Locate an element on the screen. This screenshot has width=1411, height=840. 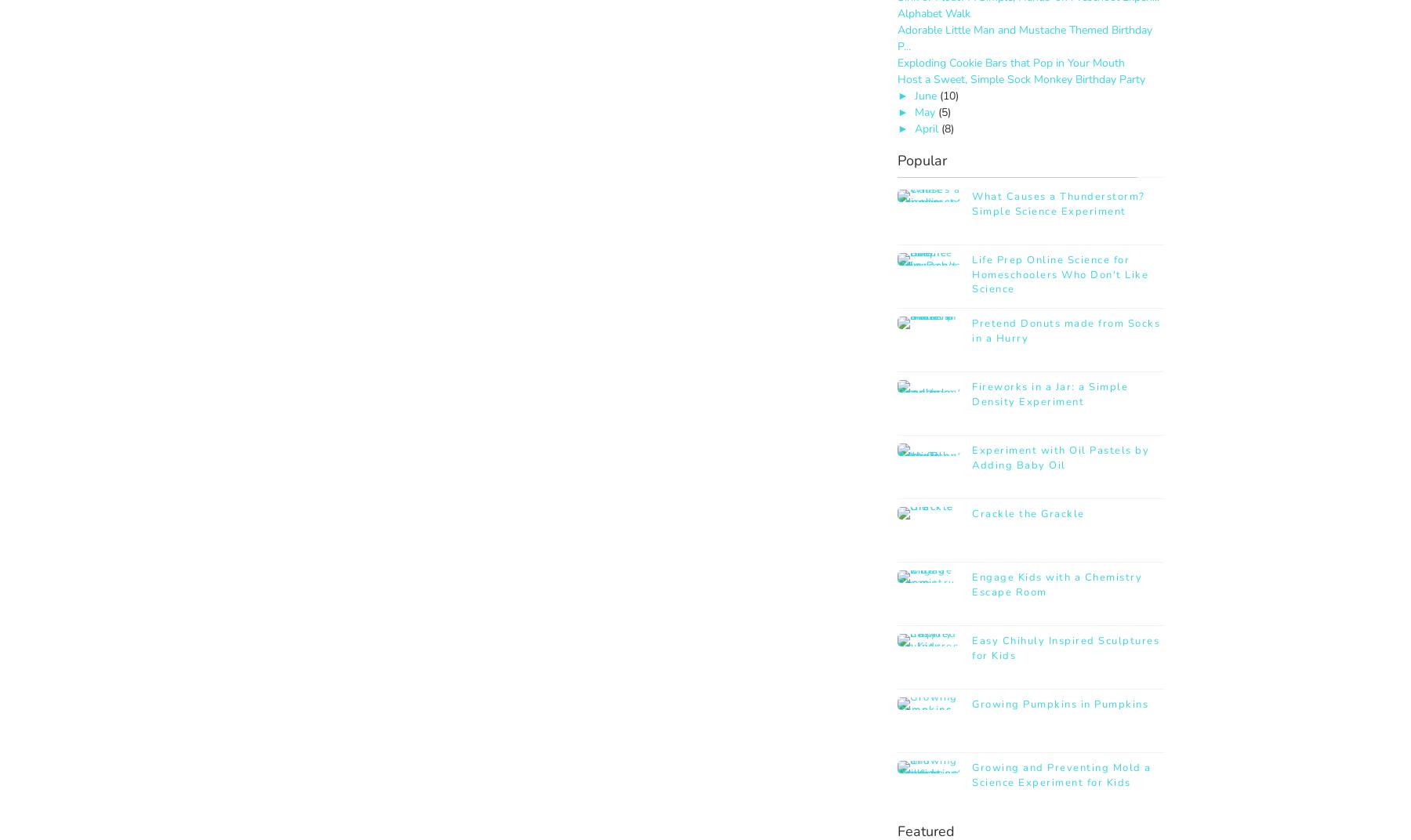
'Fireworks in a Jar: a Simple Density Experiment' is located at coordinates (1050, 393).